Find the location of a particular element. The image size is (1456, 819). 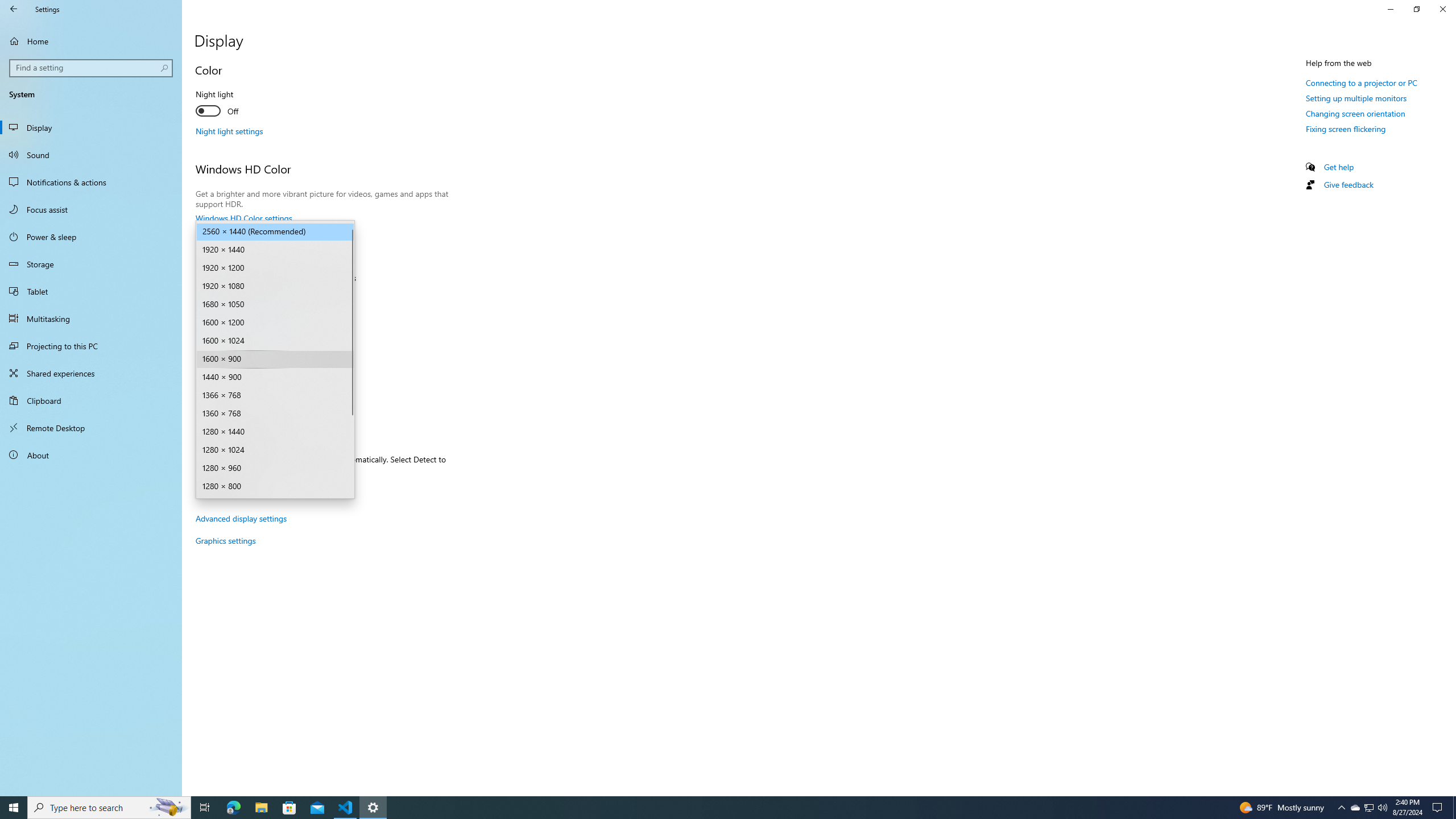

'Shared experiences' is located at coordinates (90, 372).